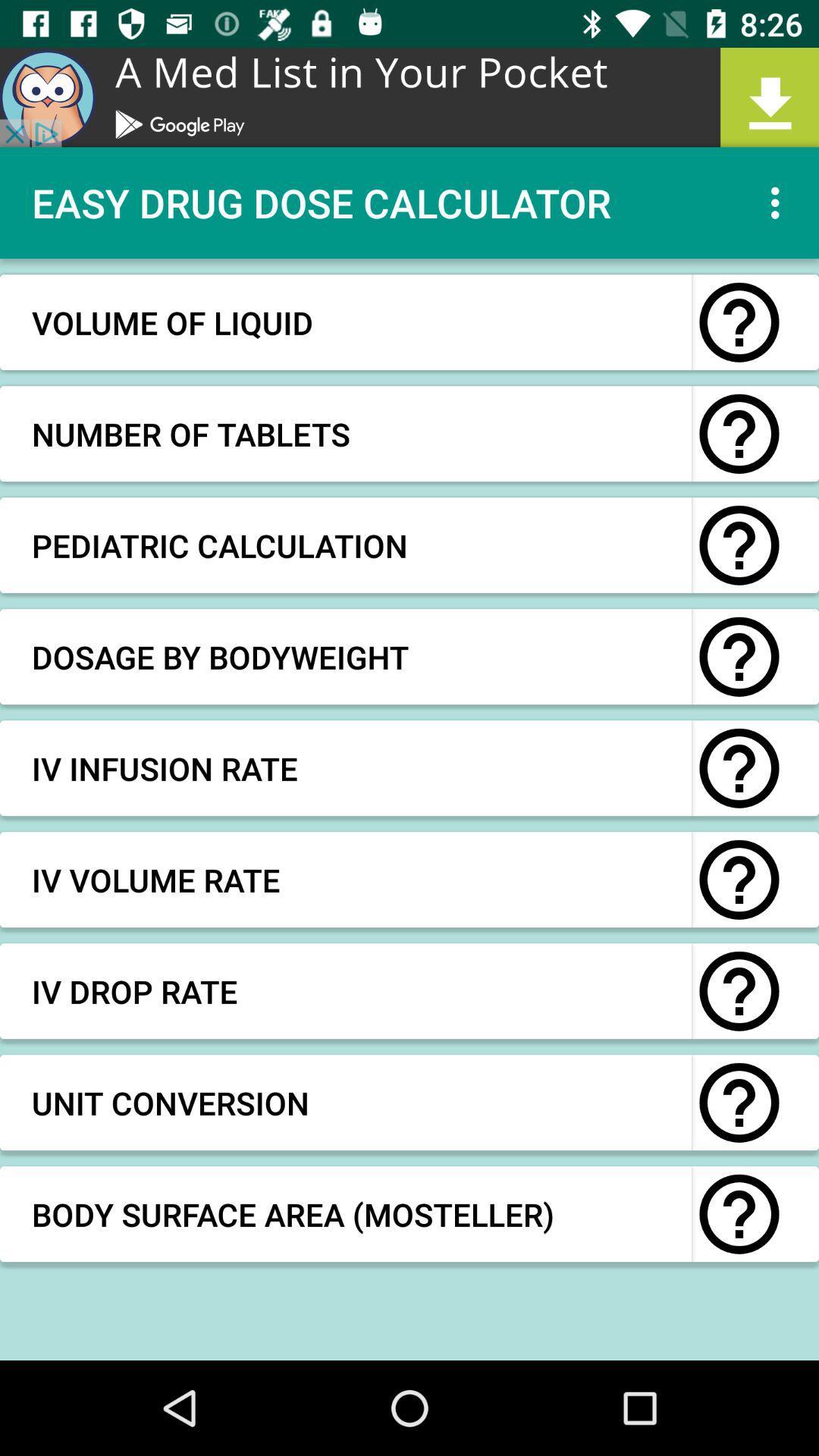 The width and height of the screenshot is (819, 1456). Describe the element at coordinates (739, 657) in the screenshot. I see `show information` at that location.